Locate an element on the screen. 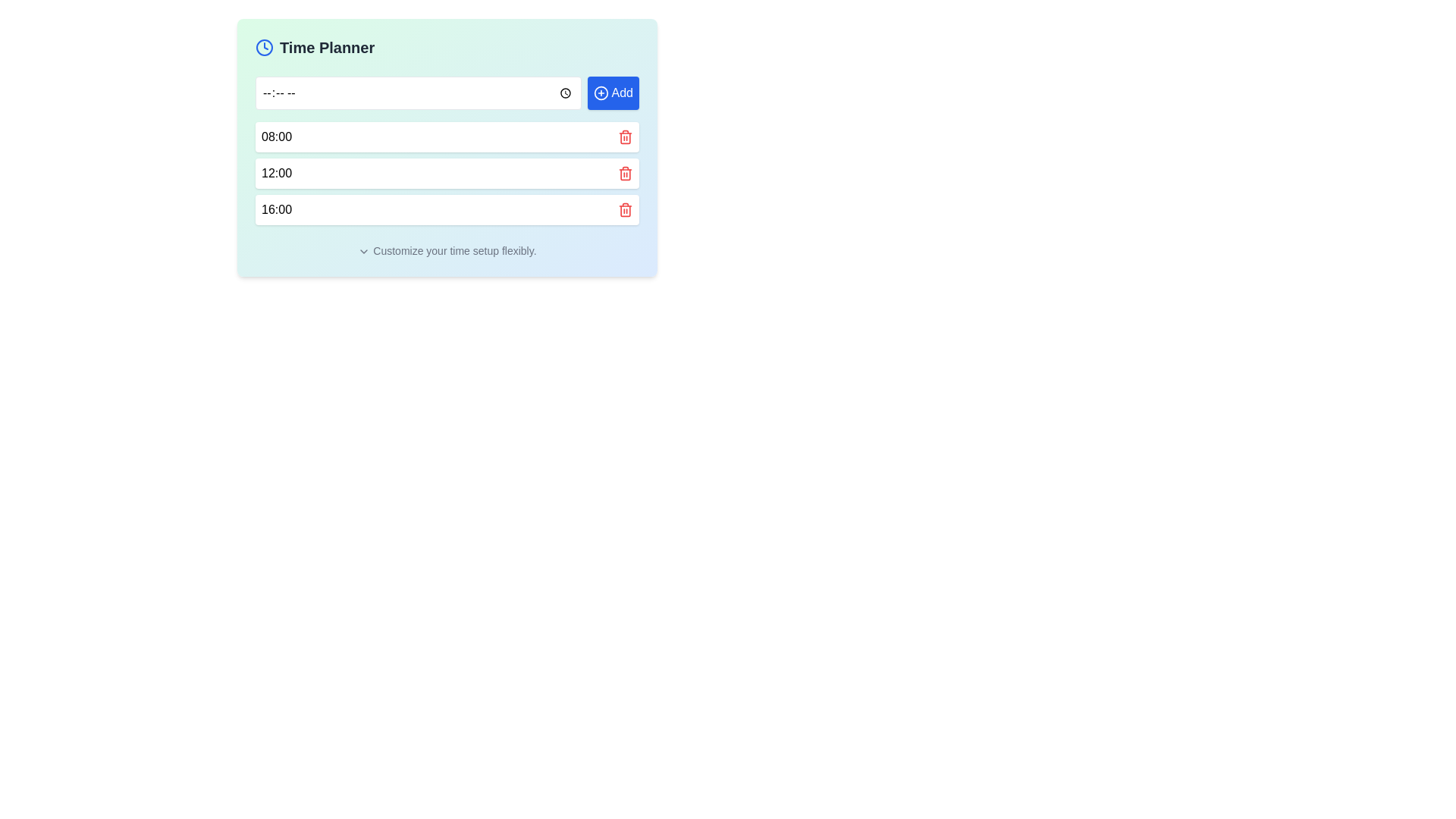  the main body of the trash icon, which visually represents the delete option located adjacent to time entries on the right side is located at coordinates (626, 174).